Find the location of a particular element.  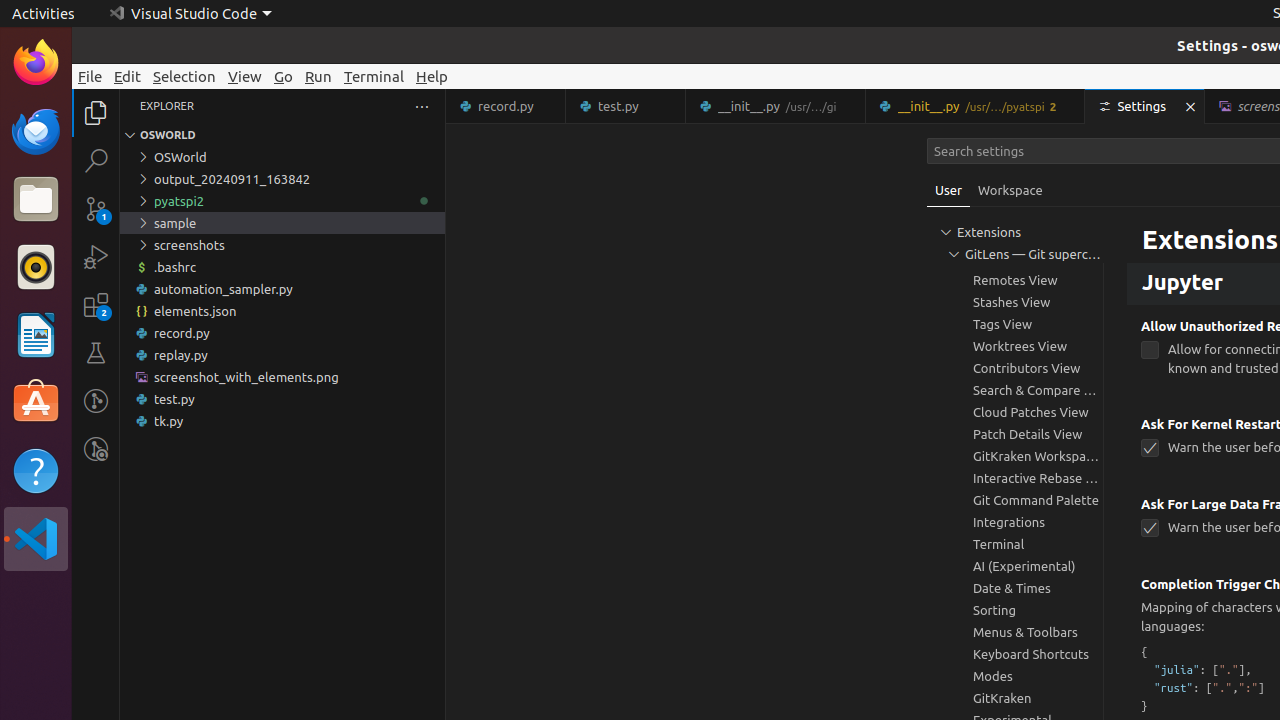

'Modes, group' is located at coordinates (1015, 675).